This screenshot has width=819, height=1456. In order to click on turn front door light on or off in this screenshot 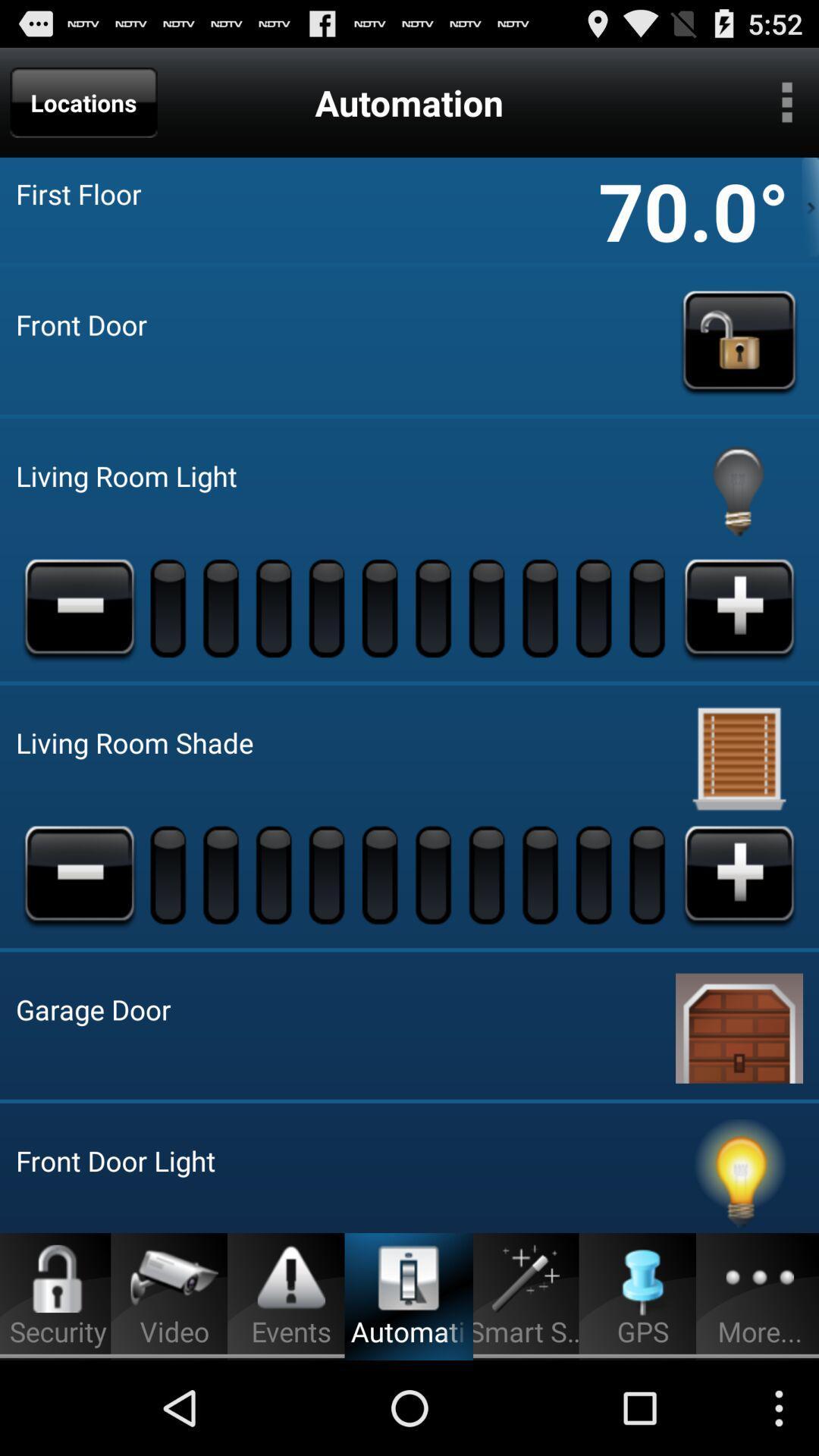, I will do `click(739, 1175)`.